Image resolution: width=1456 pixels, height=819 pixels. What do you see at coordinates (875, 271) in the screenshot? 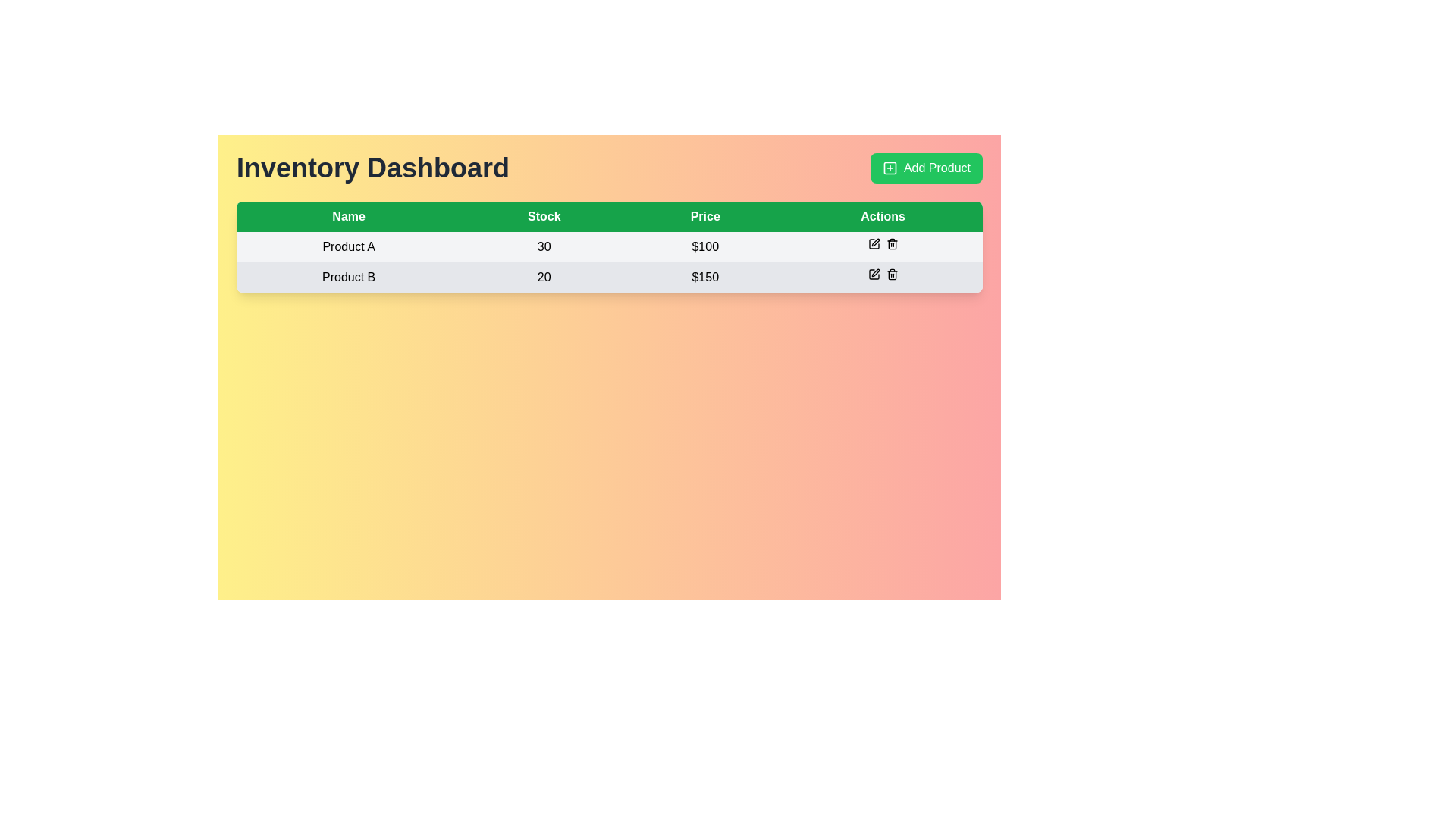
I see `the edit action icon represented by a pen and square in the second row of the table under the 'Actions' column` at bounding box center [875, 271].